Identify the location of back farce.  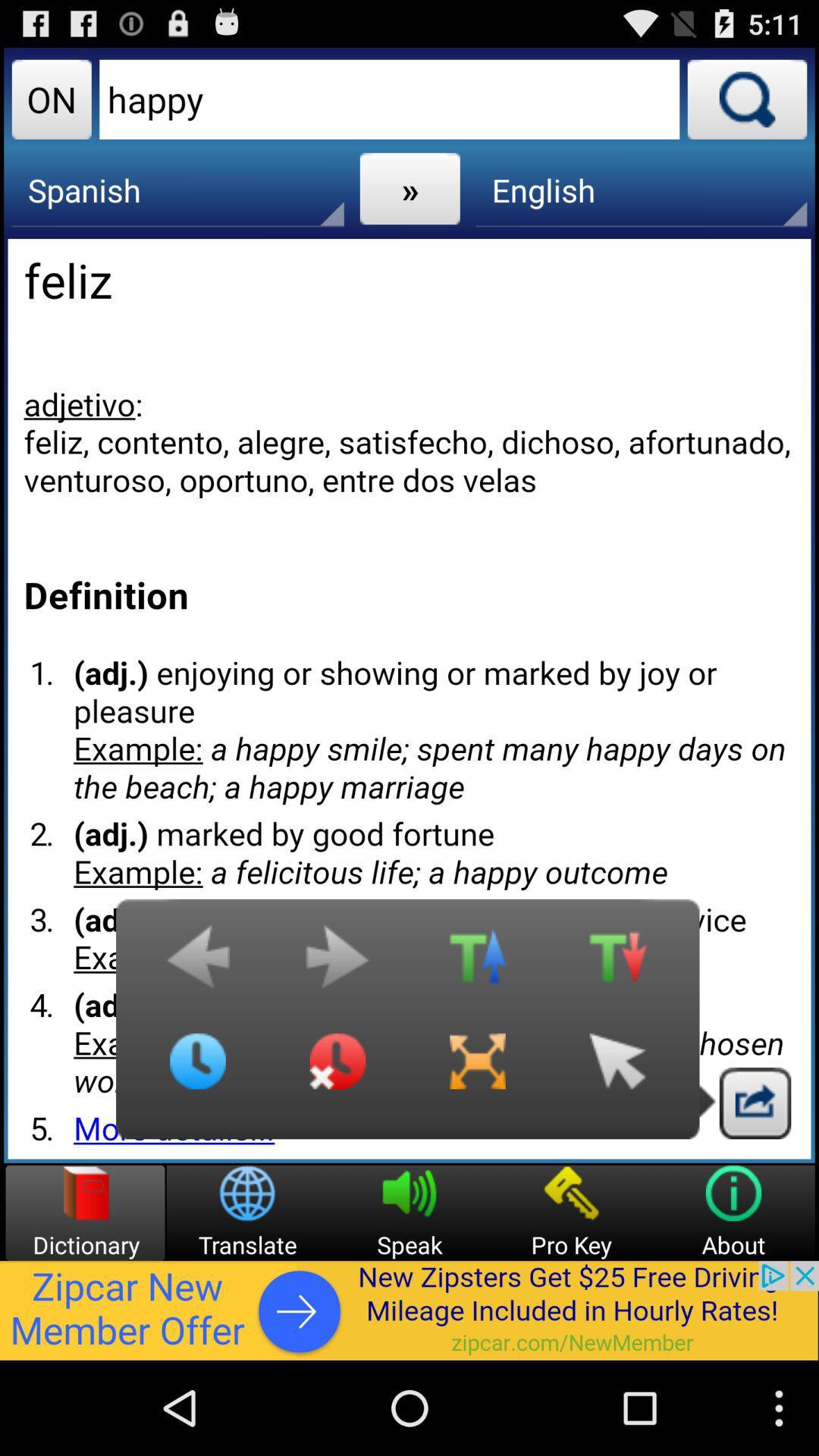
(617, 1072).